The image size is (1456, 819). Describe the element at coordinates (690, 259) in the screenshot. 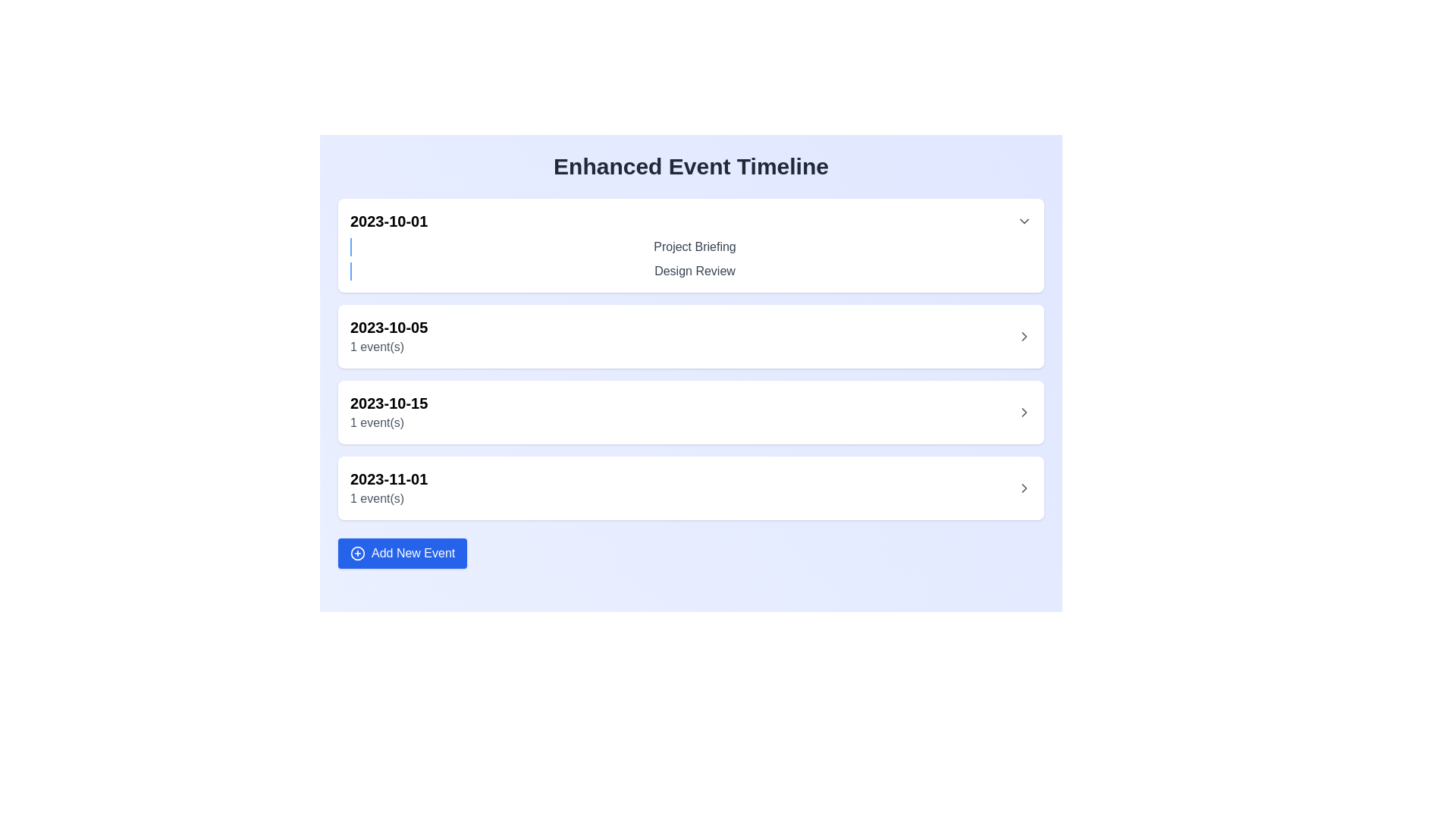

I see `information displayed in the textual display element that lists 'Project Briefing' and 'Design Review' under the date '2023-10-01'` at that location.